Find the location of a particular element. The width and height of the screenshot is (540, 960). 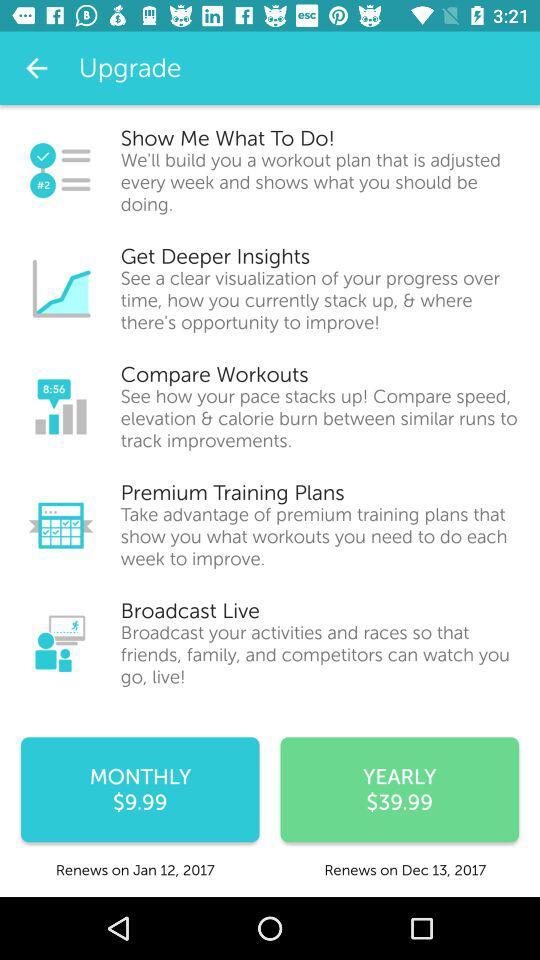

yearly is located at coordinates (399, 789).